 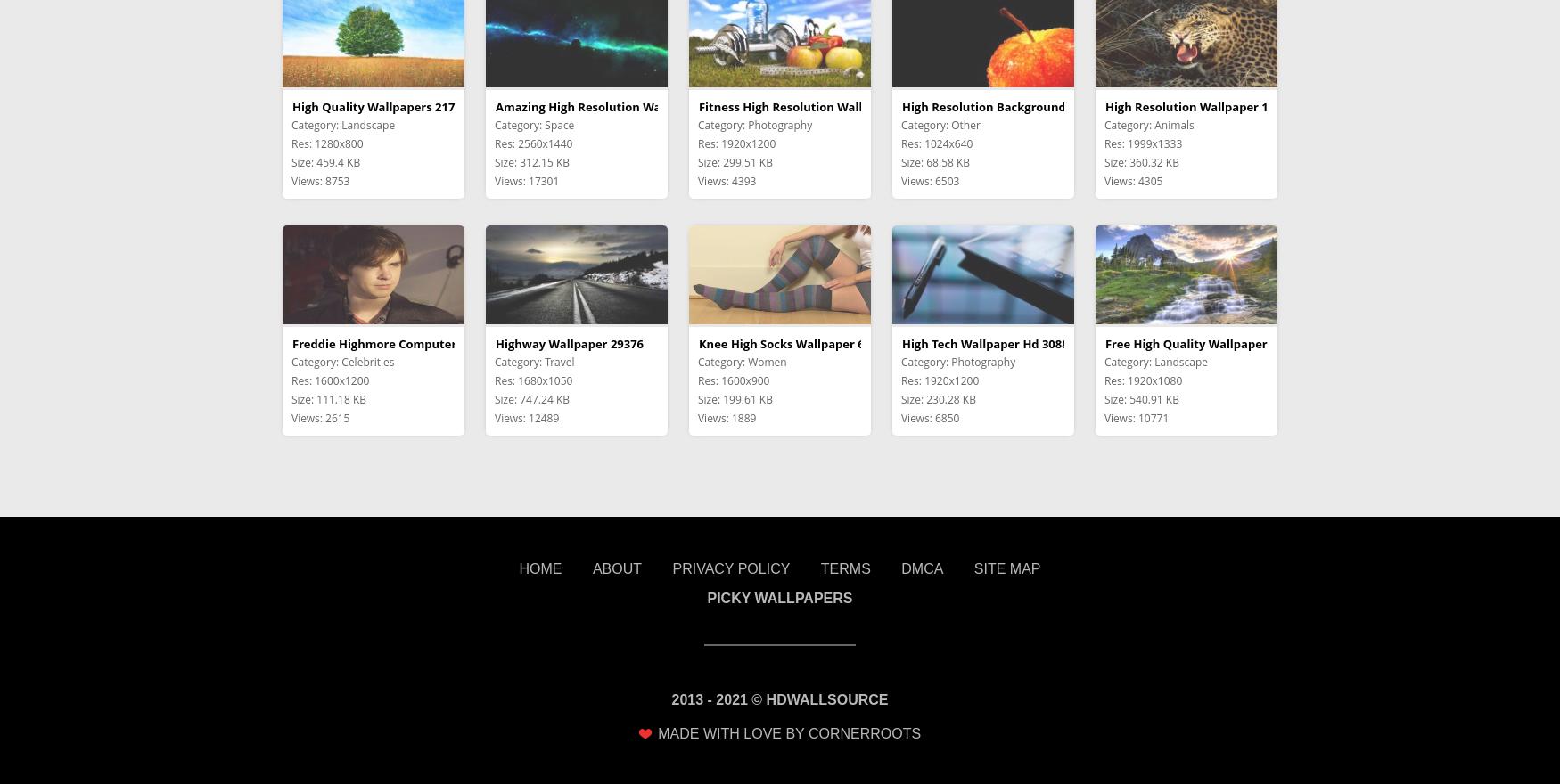 I want to click on 'Views: 8753', so click(x=320, y=180).